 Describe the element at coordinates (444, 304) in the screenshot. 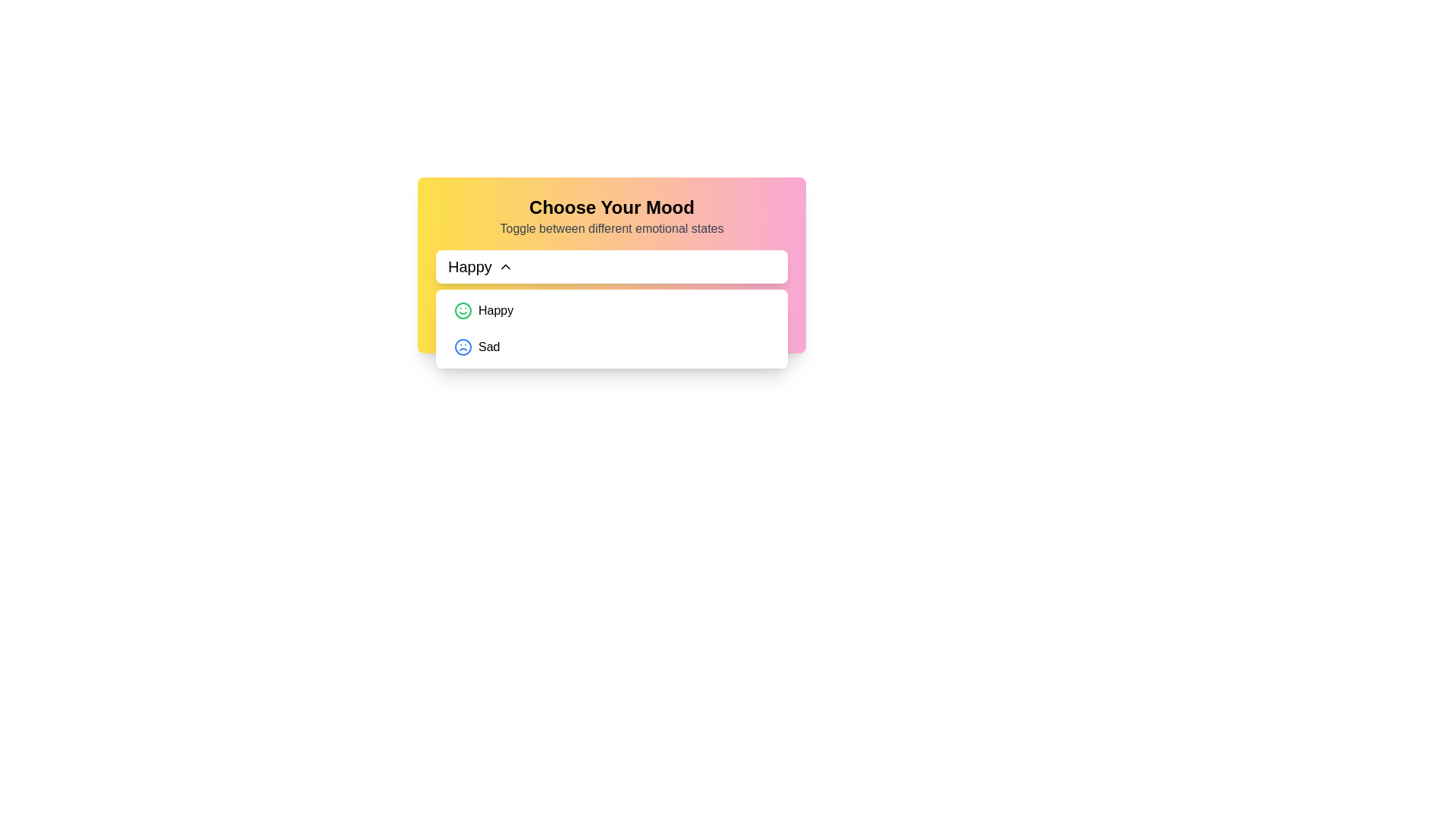

I see `circular shape graphic that forms the outer boundary of the smiley face icon within the dropdown menu, which visually indicates the 'Happy' mood option` at that location.